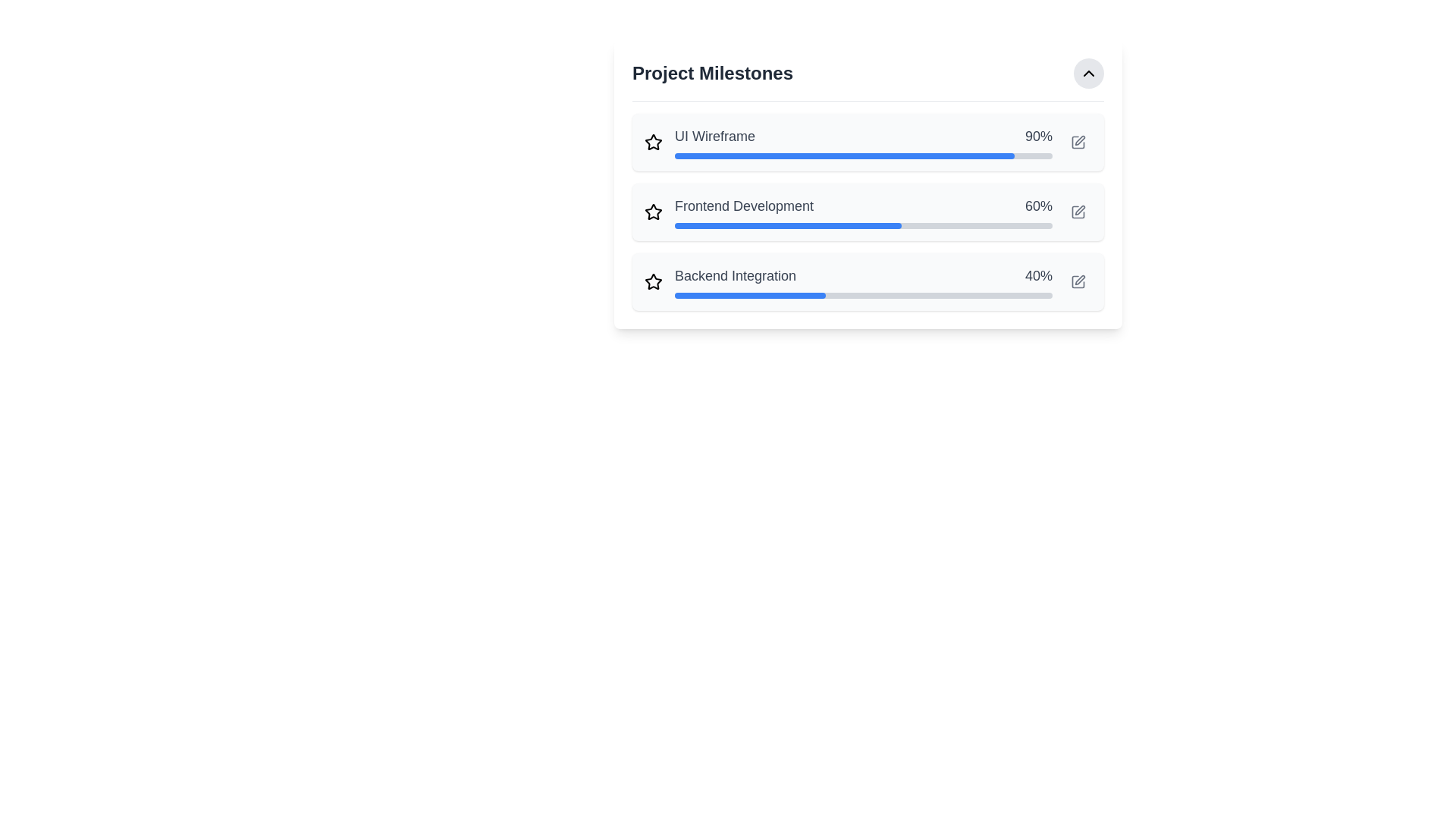 The image size is (1456, 819). Describe the element at coordinates (750, 295) in the screenshot. I see `the Progress indicator representing the completion percentage of the 'Backend Integration' task, located at the bottom of the progress bars list` at that location.